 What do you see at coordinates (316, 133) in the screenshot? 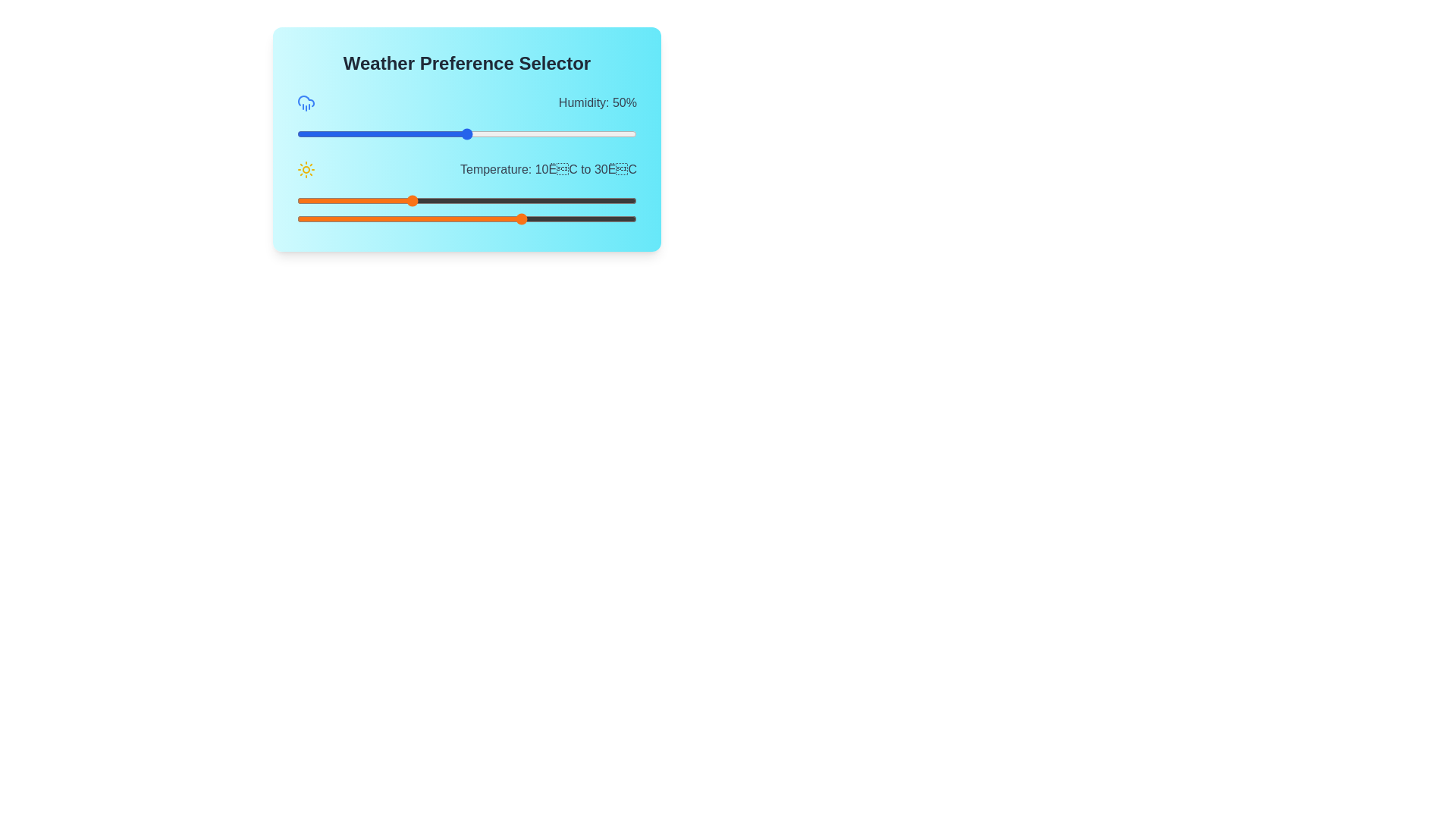
I see `the humidity slider to set the humidity level to 6%` at bounding box center [316, 133].